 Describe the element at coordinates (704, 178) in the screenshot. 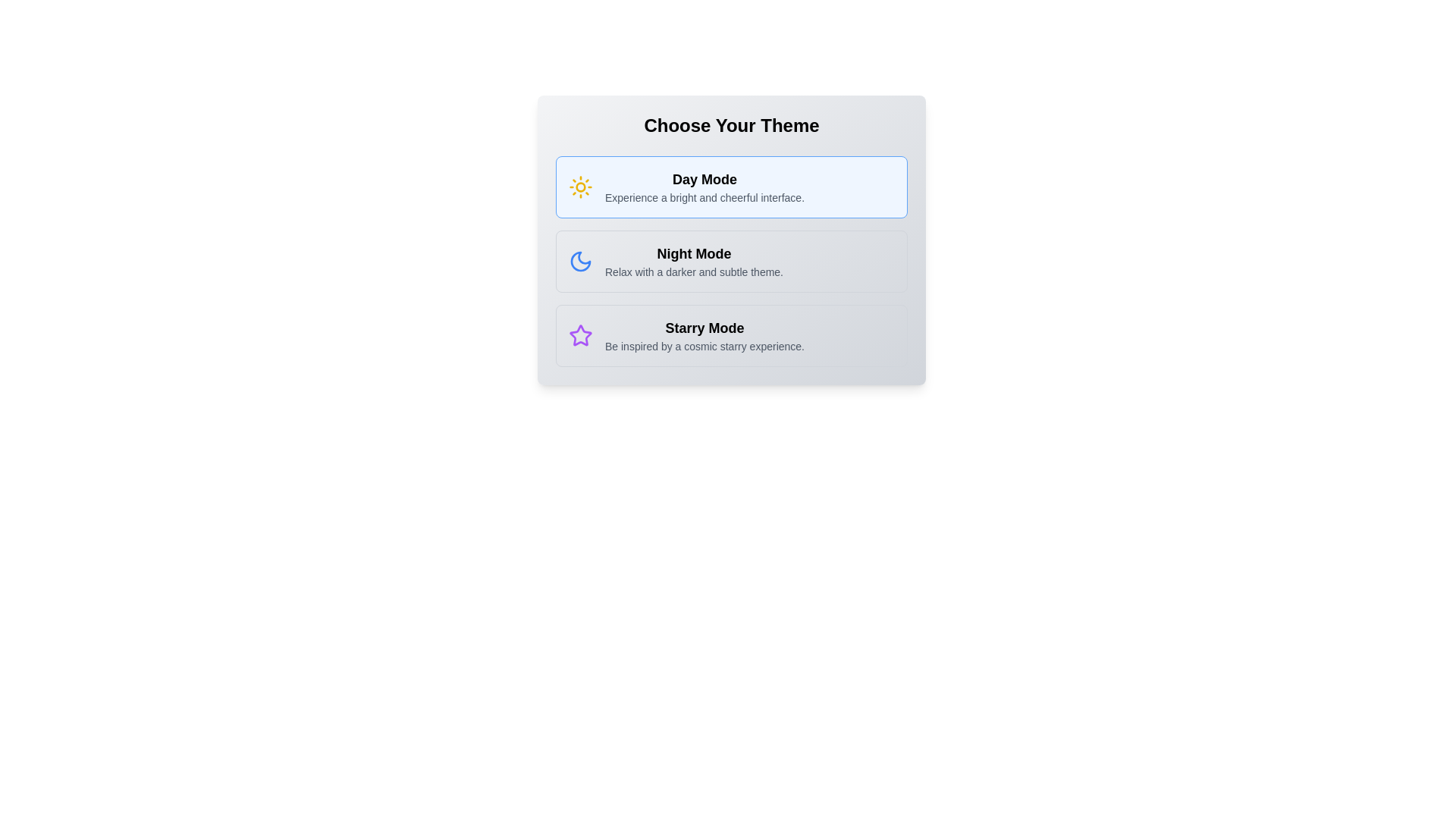

I see `the 'Day Mode' text label in the theme selection menu, which is located in the first row under the 'Choose Your Theme' section, right of a sun icon` at that location.